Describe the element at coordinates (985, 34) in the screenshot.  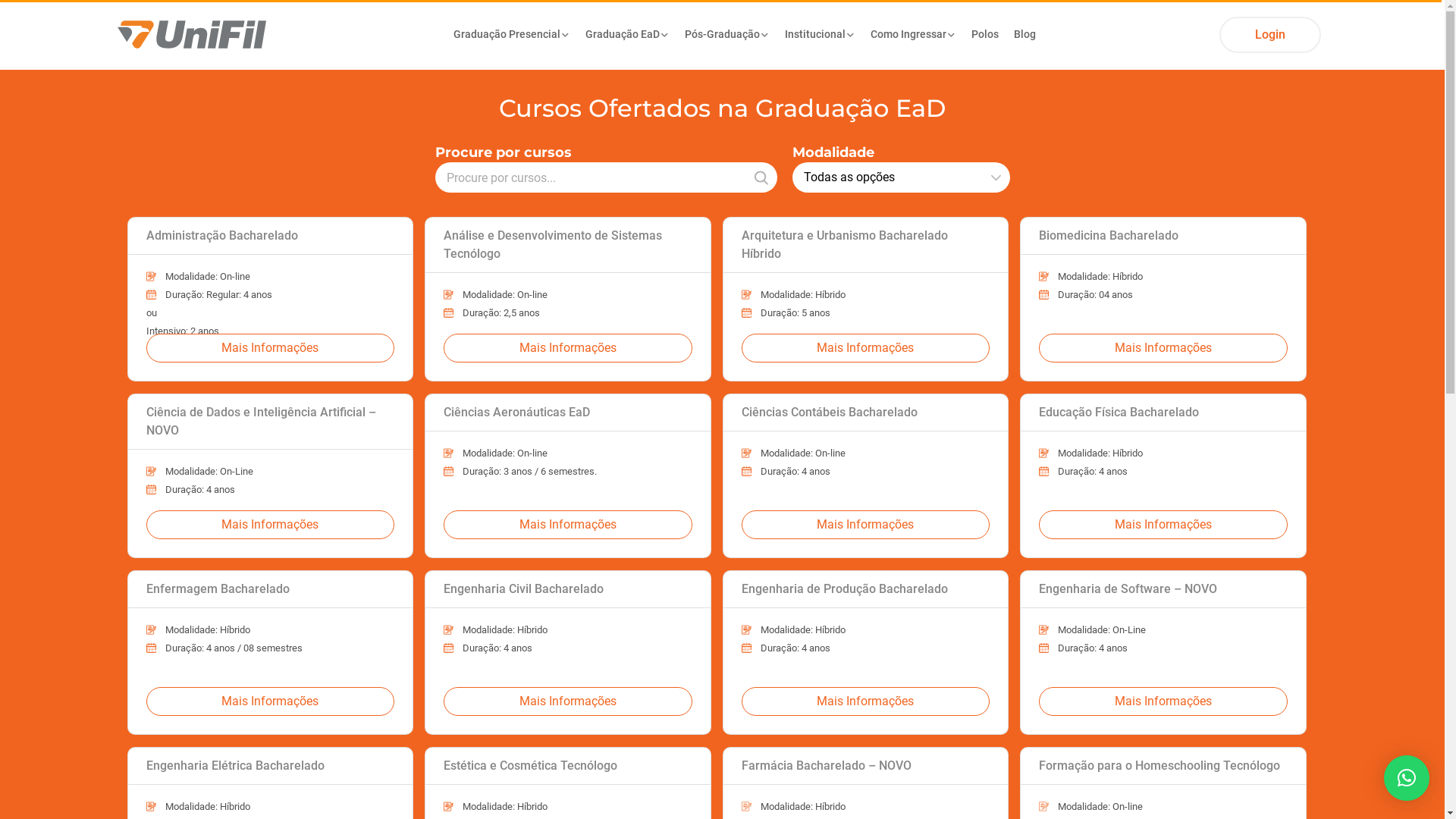
I see `'Polos'` at that location.